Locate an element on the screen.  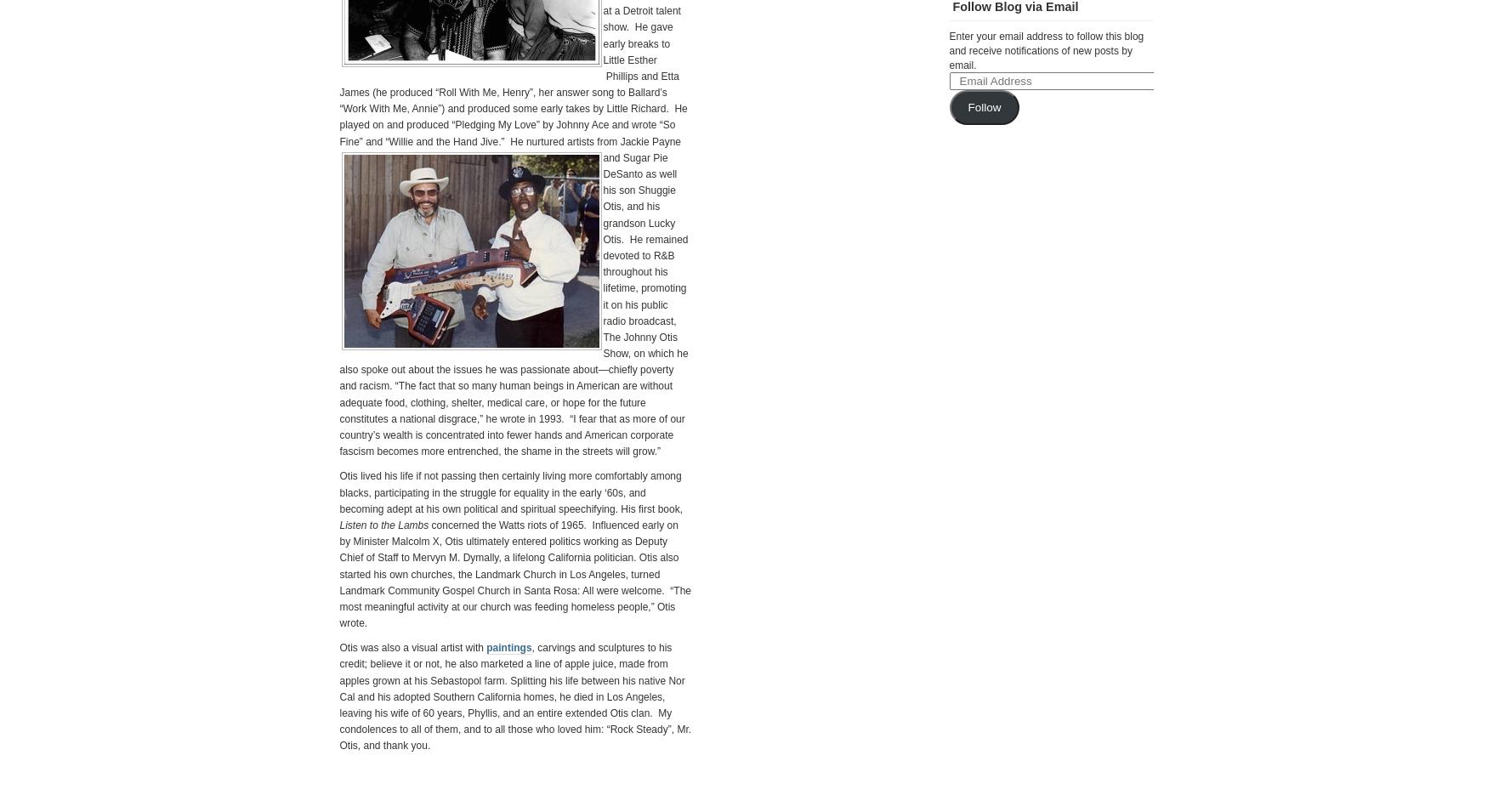
'concerned the Watts riots of 1965.  Influenced early on by Minister Malcolm X, Otis ultimately entered politics working as Deputy Chief of Staff to Mervyn M. Dymally, a lifelong California politician. Otis also started his own churches, the Landmark Church in Los Angeles, turned Landmark Community Gospel Church in Santa Rosa: All were welcome.  “The most meaningful activity at our church was feeding homeless people,” Otis wrote.' is located at coordinates (514, 572).